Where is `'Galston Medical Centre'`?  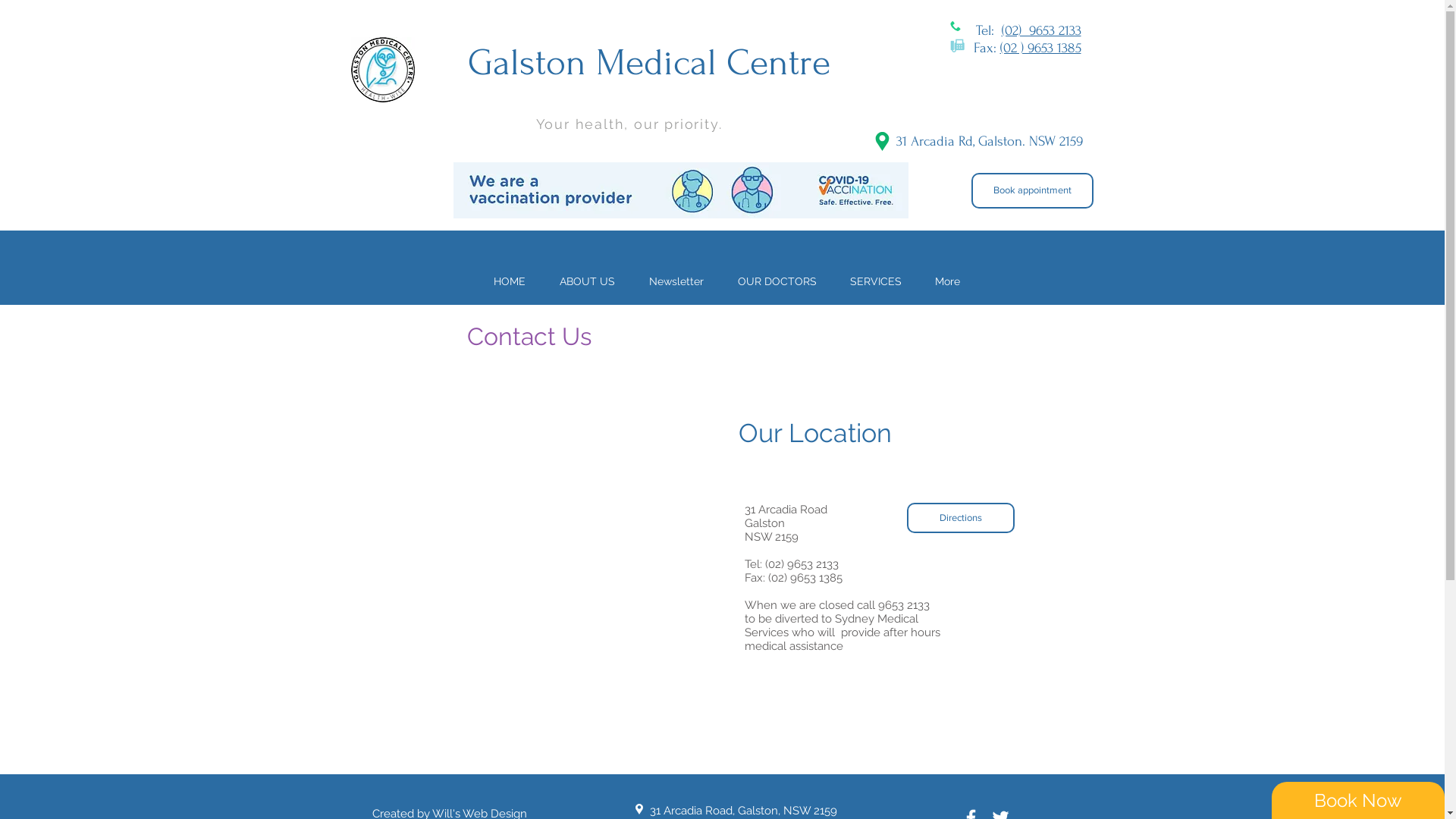
'Galston Medical Centre' is located at coordinates (648, 61).